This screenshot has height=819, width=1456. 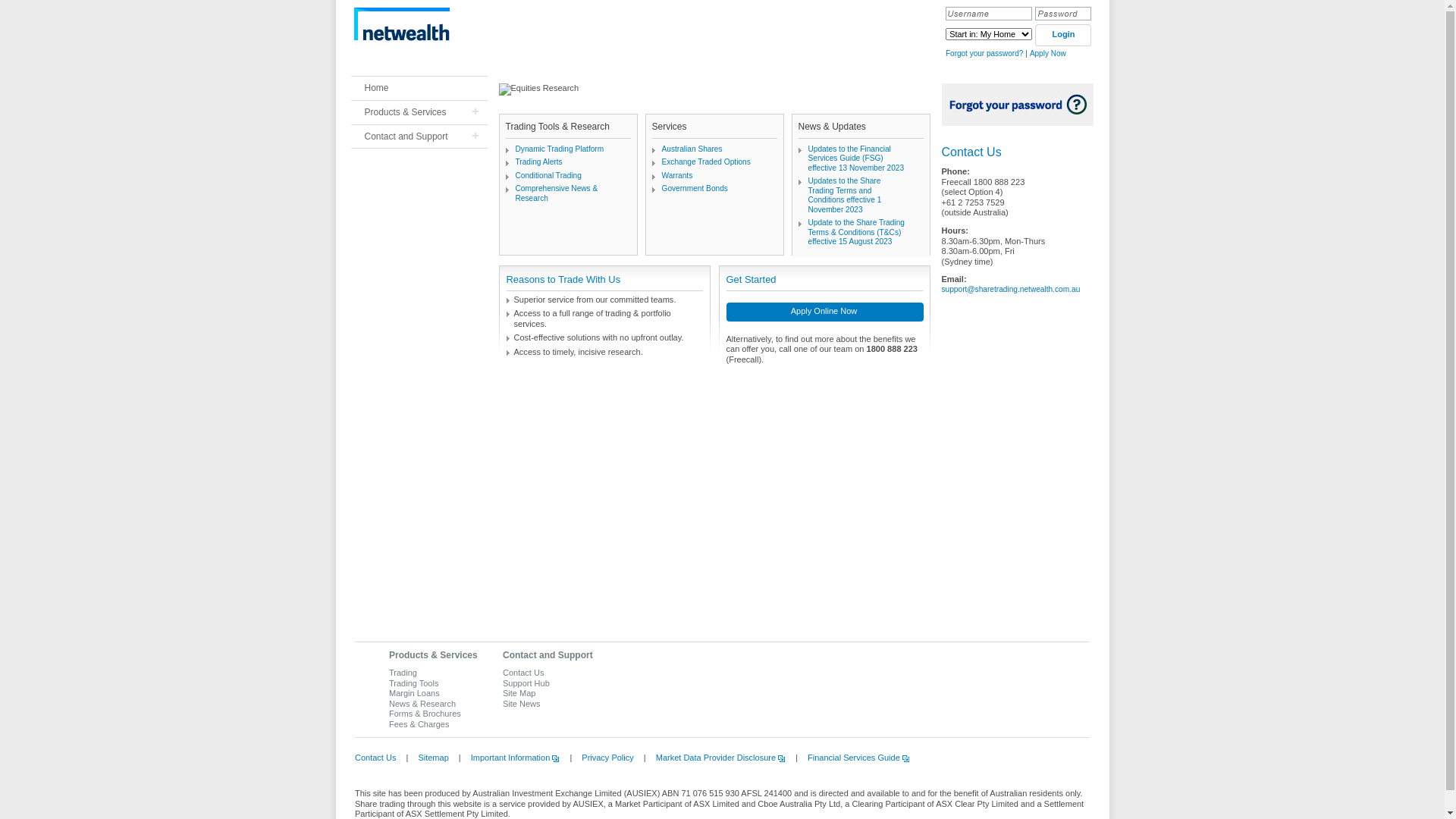 I want to click on 'Important Information', so click(x=511, y=758).